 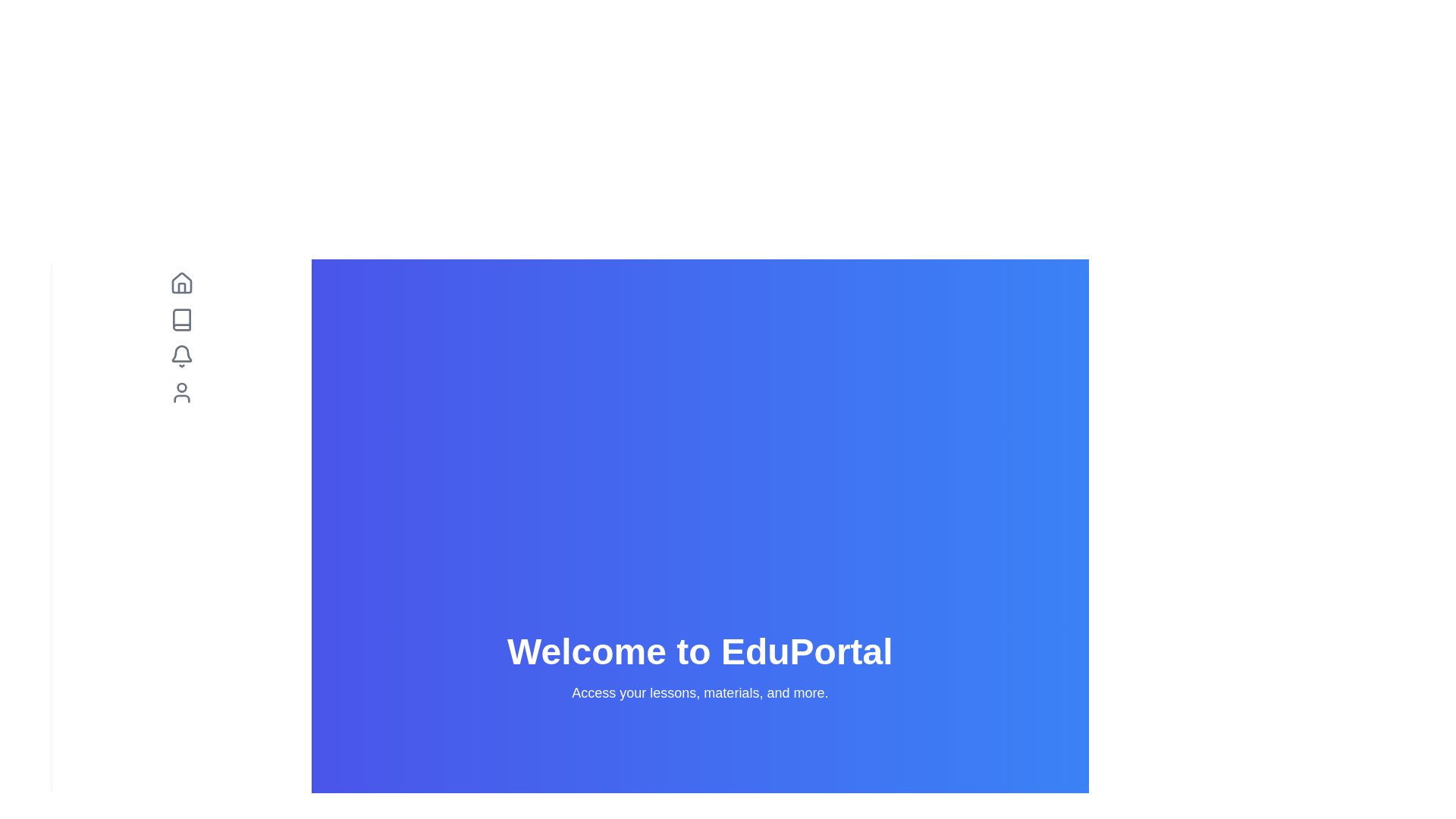 I want to click on the user navigation icon, so click(x=181, y=391).